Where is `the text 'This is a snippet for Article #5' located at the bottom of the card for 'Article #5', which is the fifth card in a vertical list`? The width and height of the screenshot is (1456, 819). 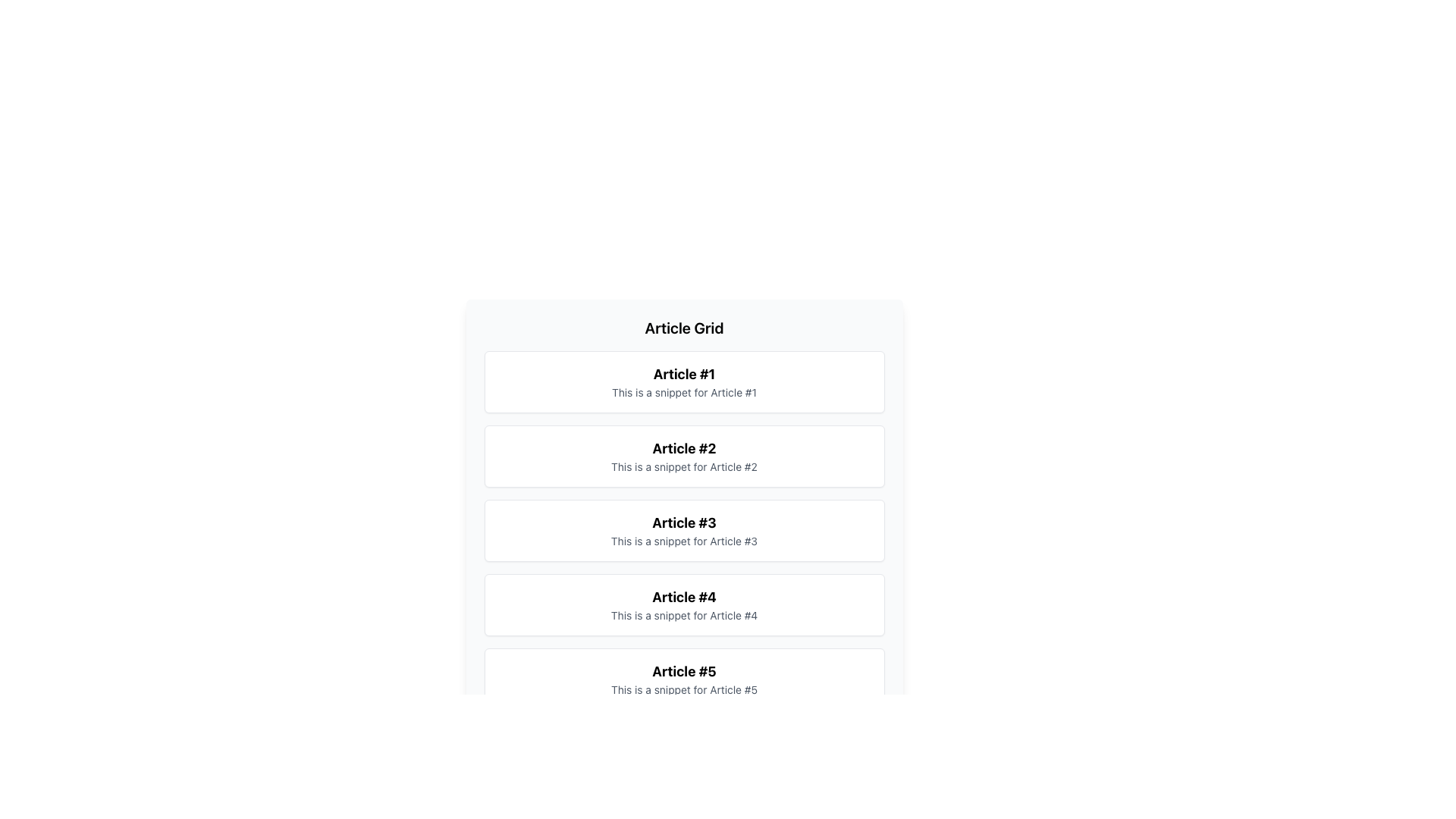
the text 'This is a snippet for Article #5' located at the bottom of the card for 'Article #5', which is the fifth card in a vertical list is located at coordinates (683, 690).